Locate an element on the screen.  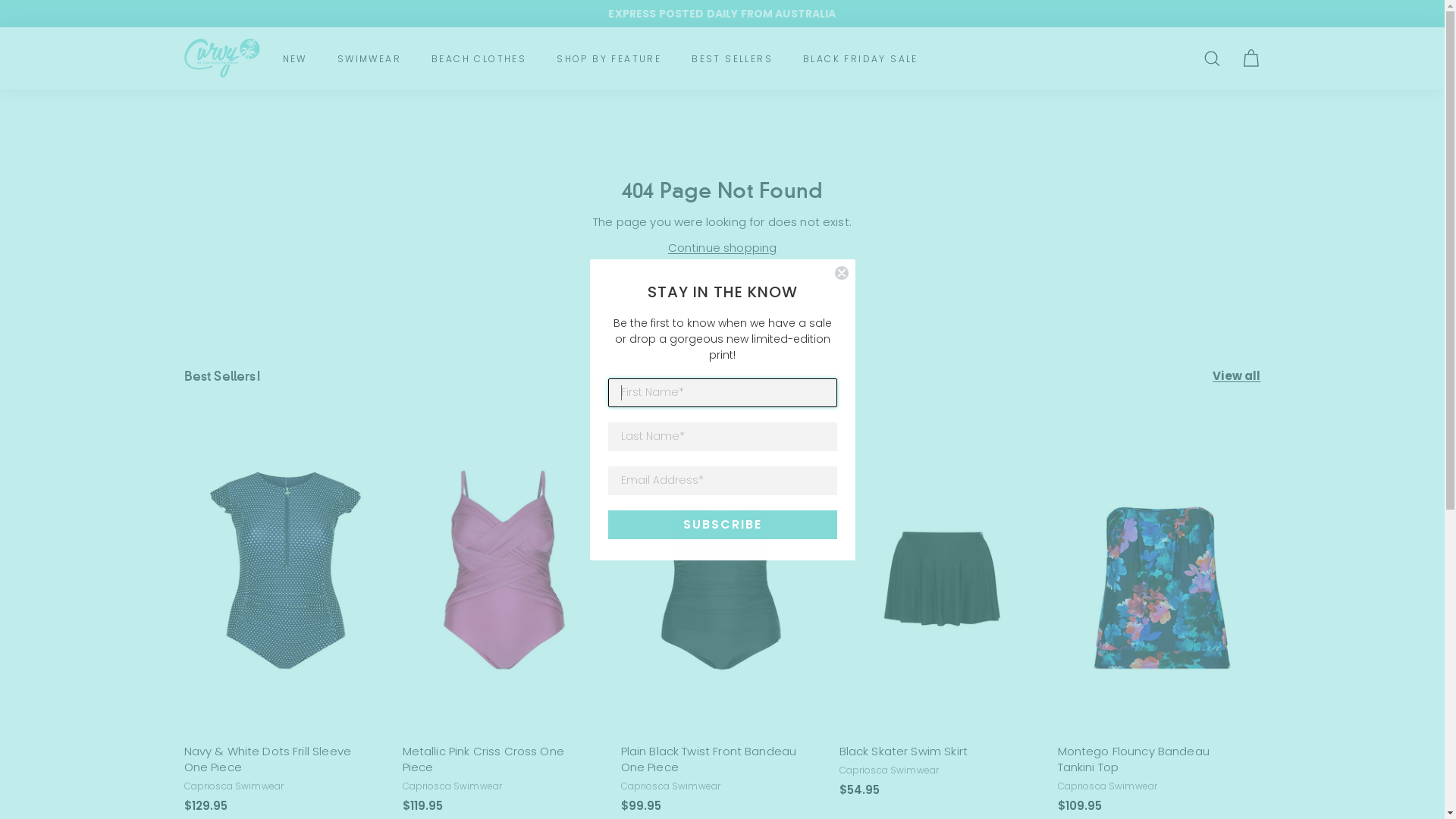
'BEST SELLERS' is located at coordinates (732, 58).